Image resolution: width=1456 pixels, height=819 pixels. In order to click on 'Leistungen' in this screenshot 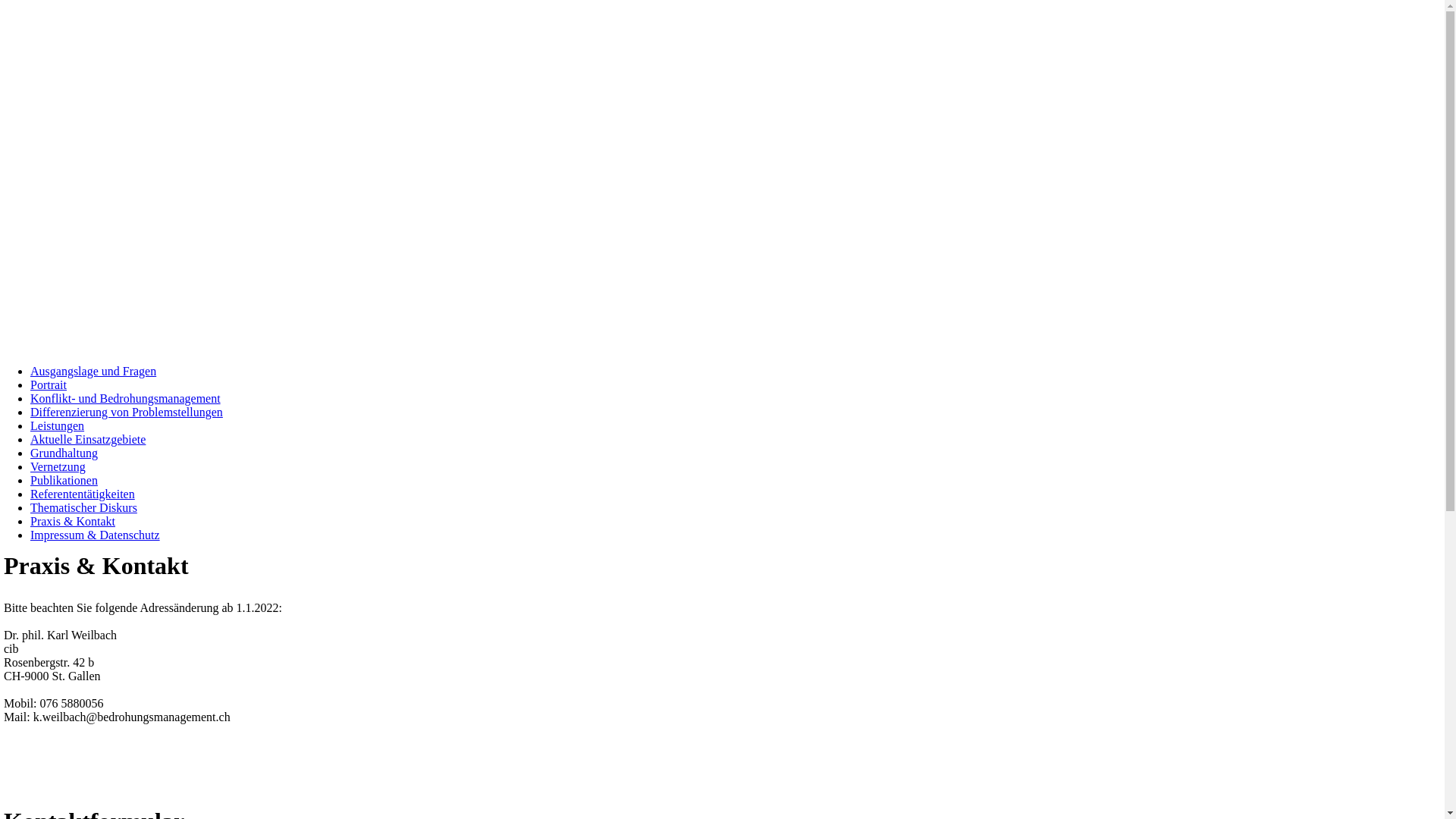, I will do `click(57, 425)`.